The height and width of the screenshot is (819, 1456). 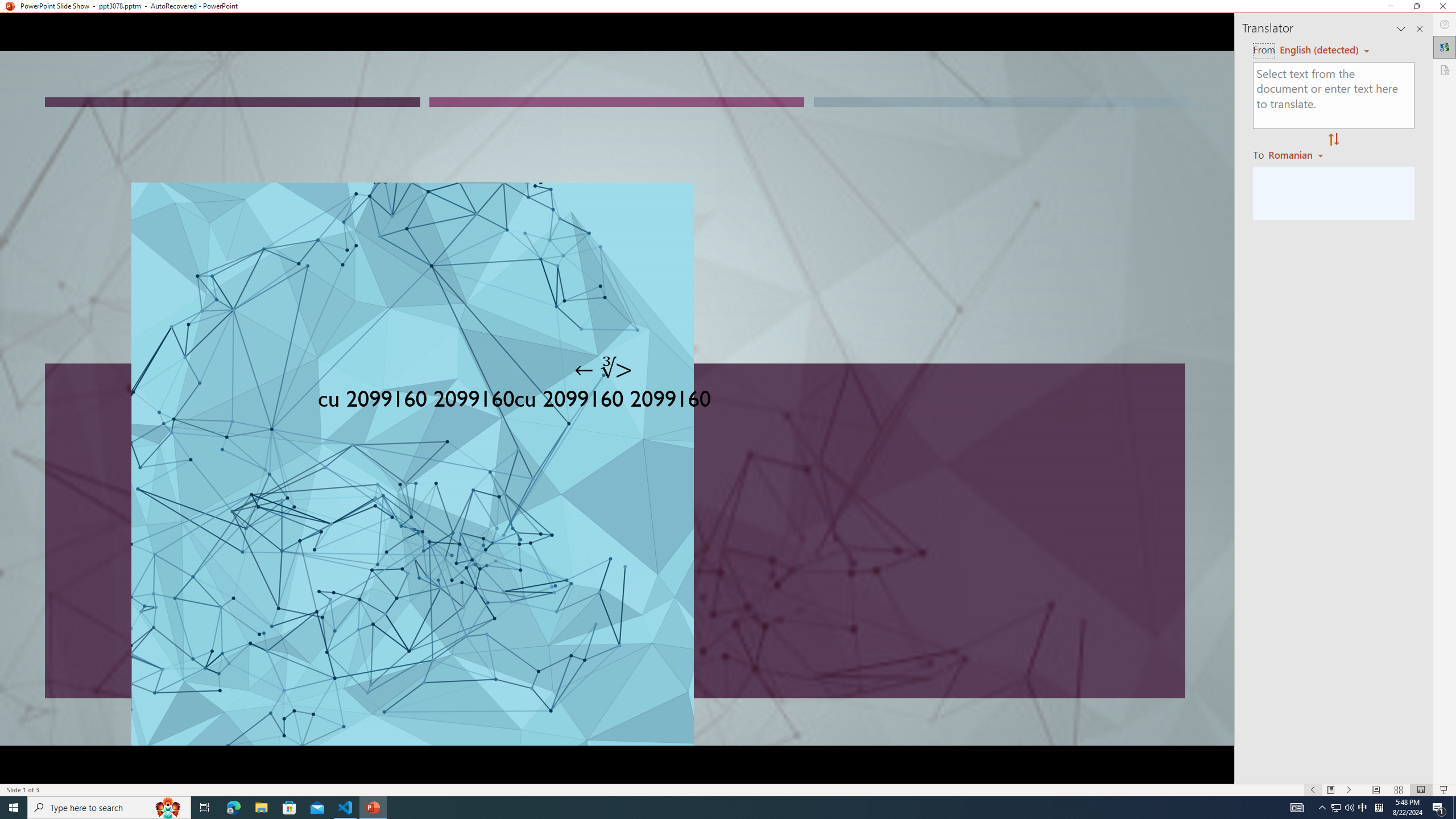 I want to click on 'Slide Show Next On', so click(x=1349, y=790).